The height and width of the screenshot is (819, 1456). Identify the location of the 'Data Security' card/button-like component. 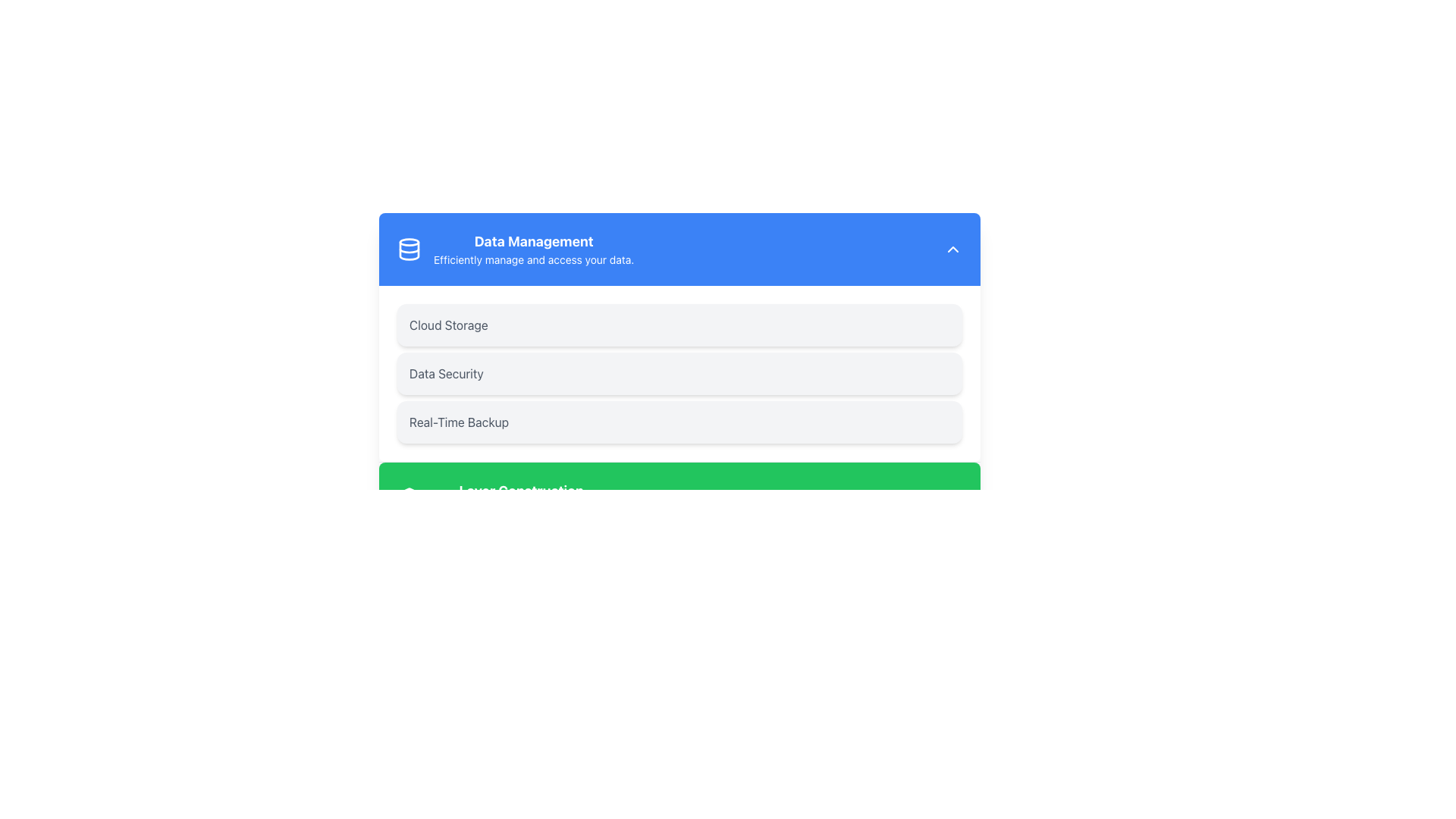
(679, 374).